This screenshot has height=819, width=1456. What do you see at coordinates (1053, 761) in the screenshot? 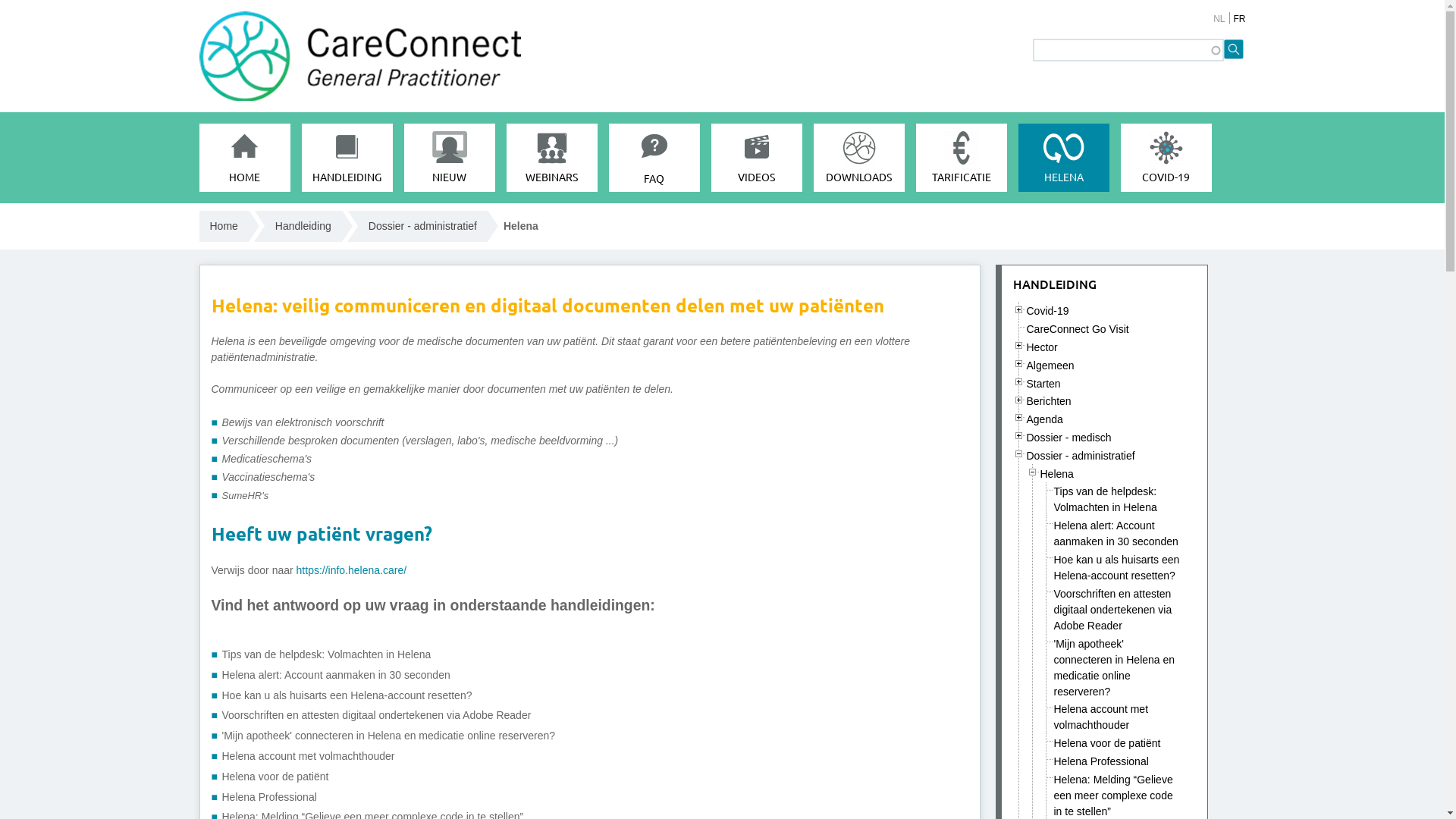
I see `'Helena Professional'` at bounding box center [1053, 761].